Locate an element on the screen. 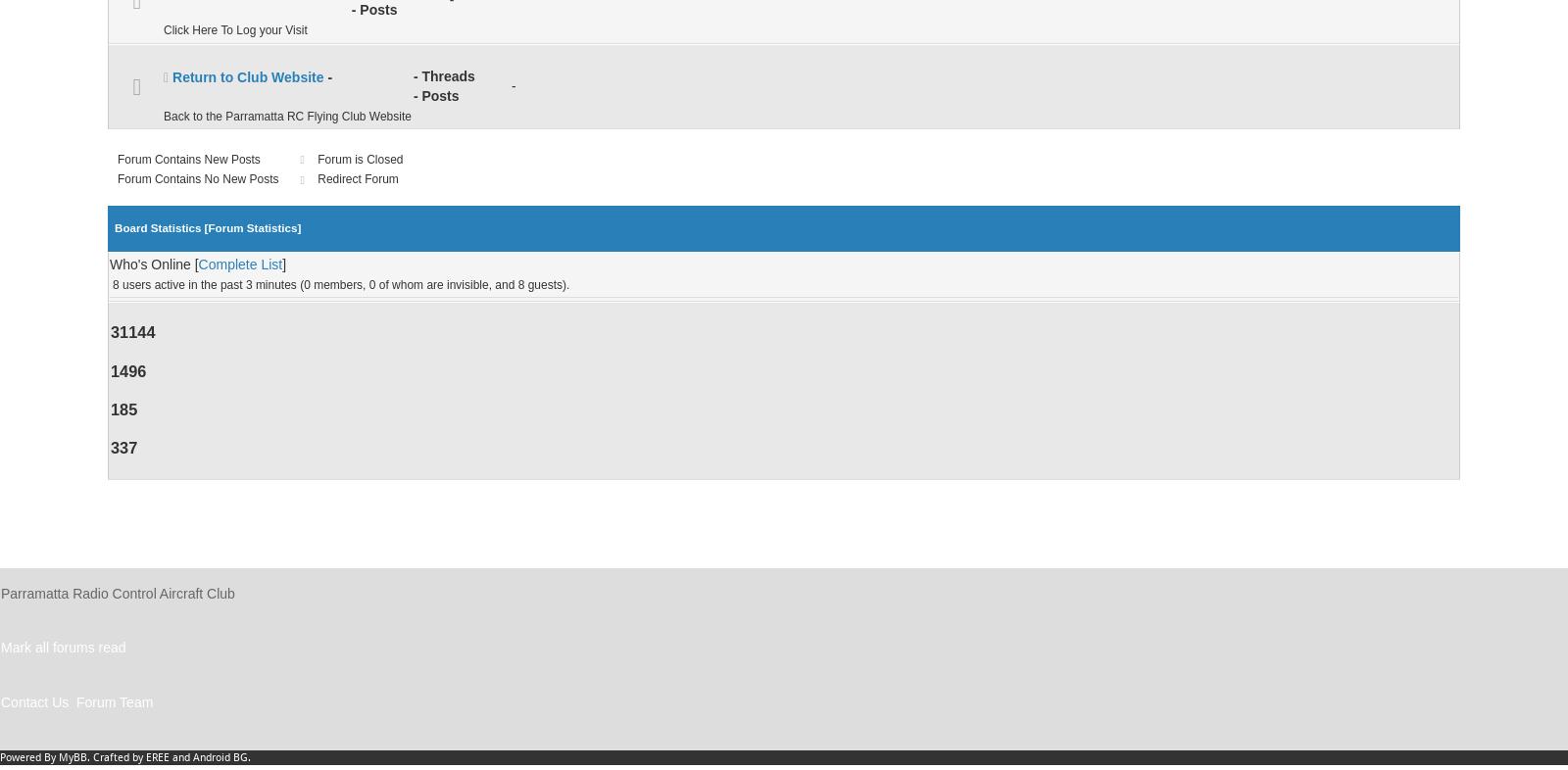 The image size is (1568, 770). '337' is located at coordinates (122, 446).